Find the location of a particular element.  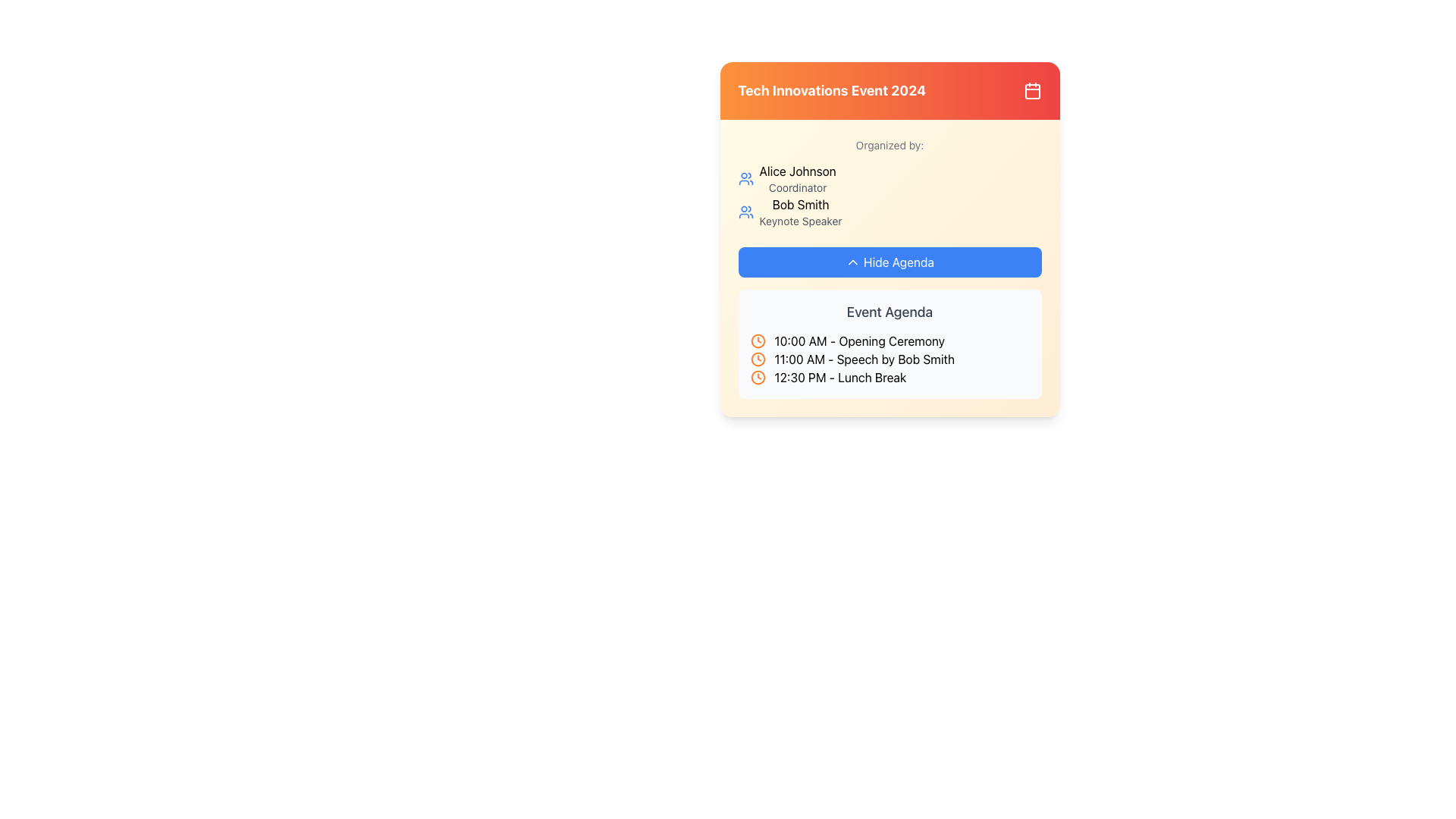

the time indicator icon for the '10:00 AM - Opening Ceremony' entry in the 'Event Agenda' section is located at coordinates (758, 341).